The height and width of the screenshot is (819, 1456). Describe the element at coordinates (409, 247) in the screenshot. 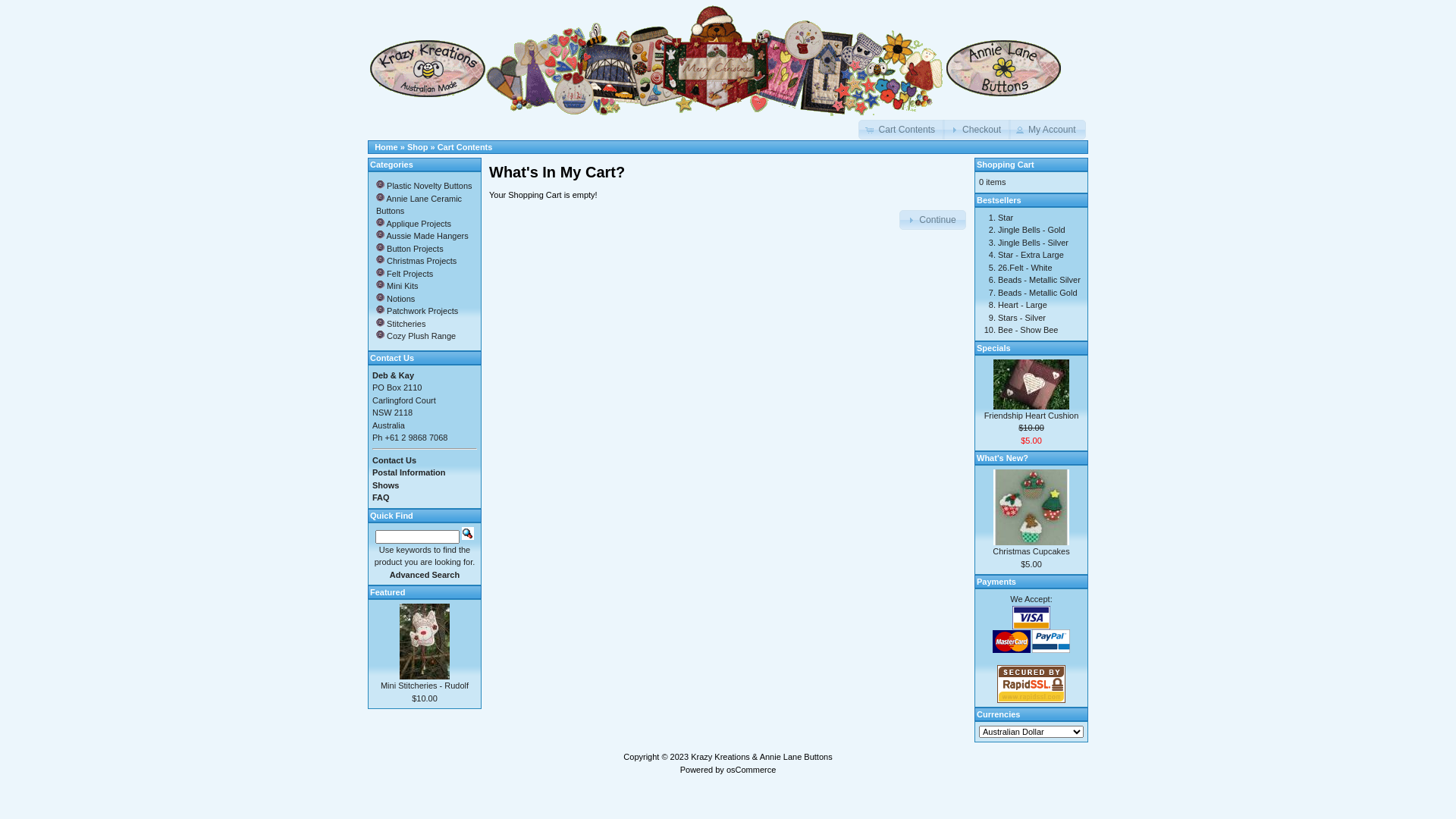

I see `' Button Projects'` at that location.